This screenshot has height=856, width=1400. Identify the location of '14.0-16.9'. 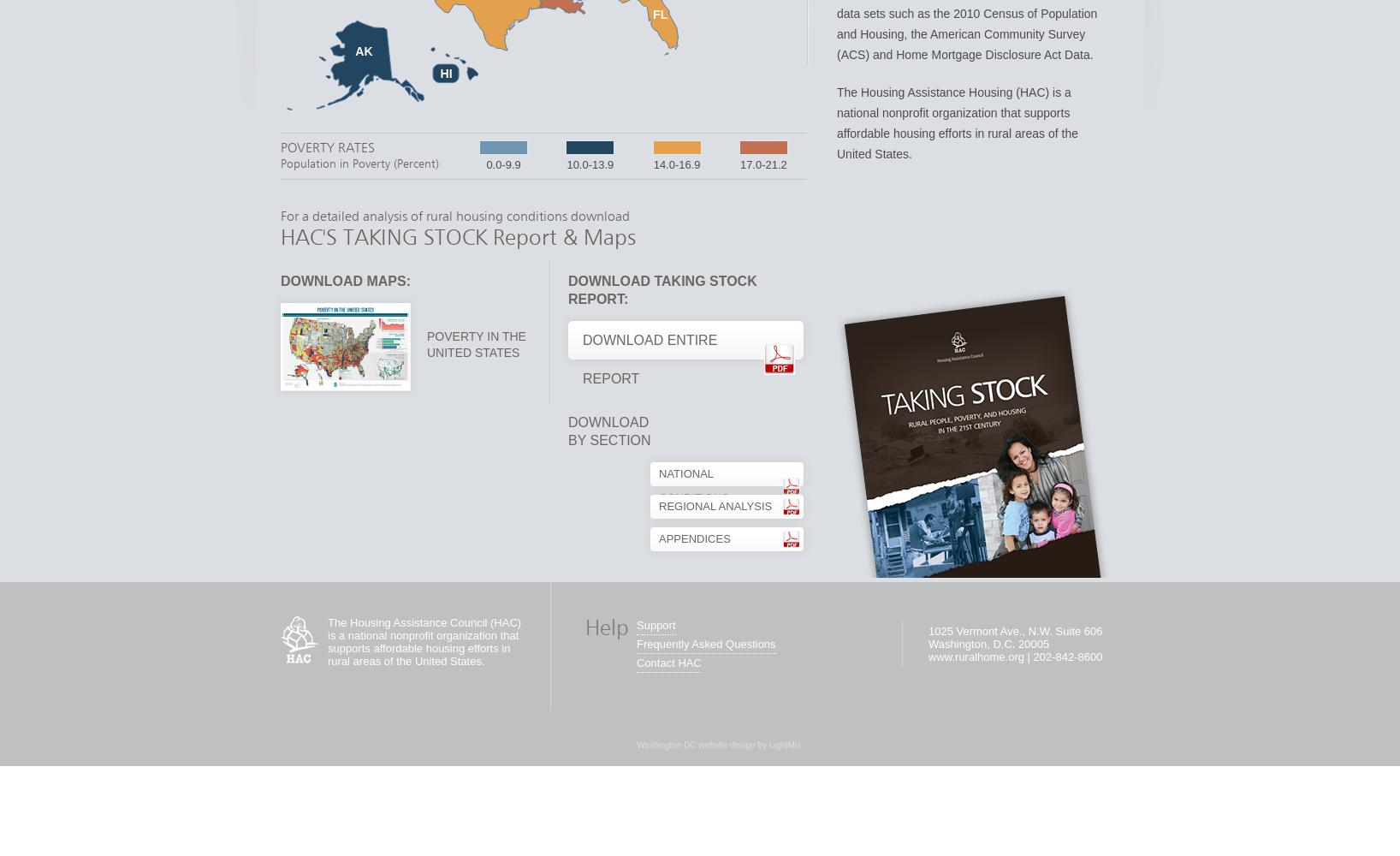
(676, 163).